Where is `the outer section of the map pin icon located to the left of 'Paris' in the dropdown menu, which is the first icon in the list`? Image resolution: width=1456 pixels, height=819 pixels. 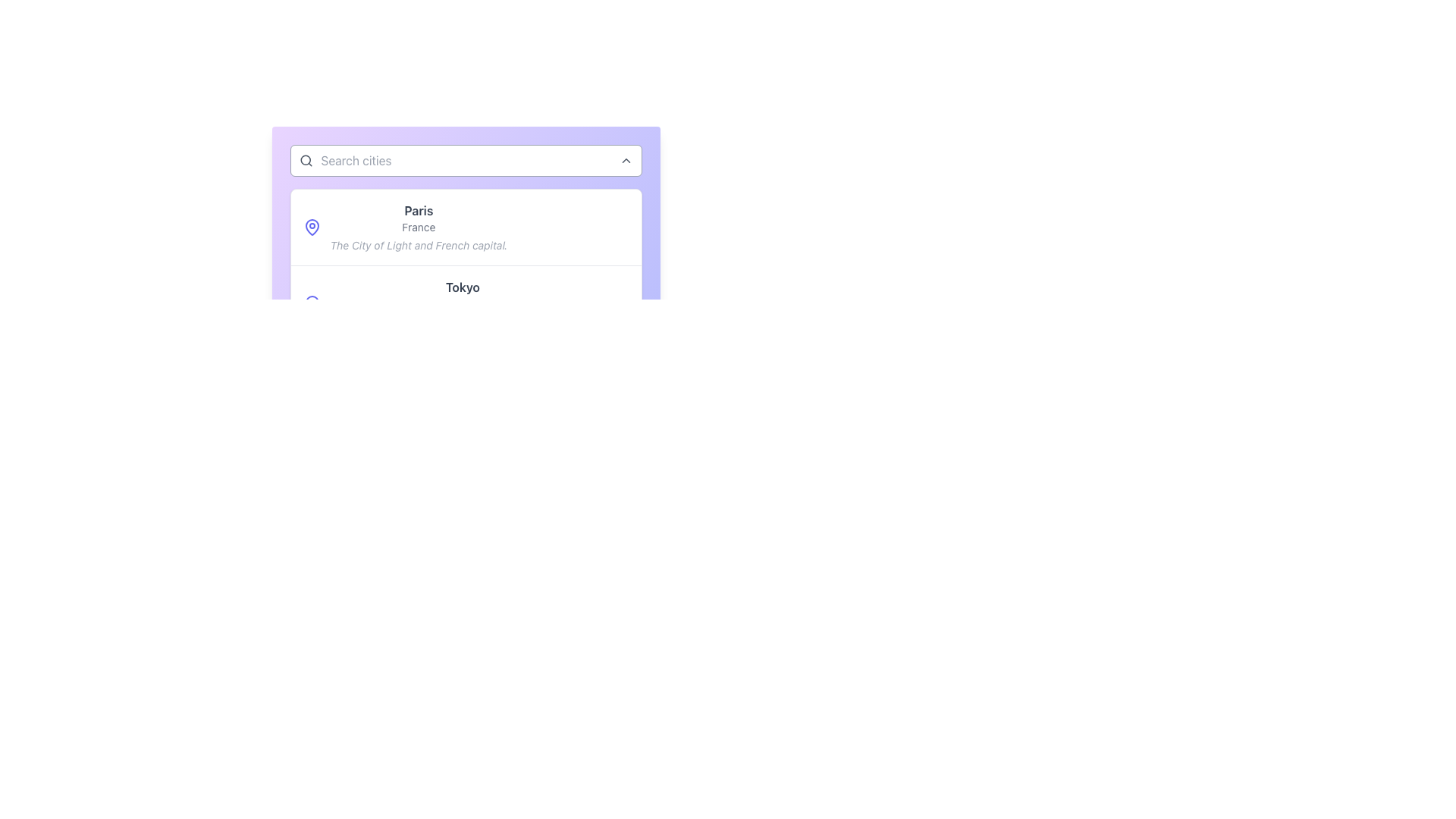 the outer section of the map pin icon located to the left of 'Paris' in the dropdown menu, which is the first icon in the list is located at coordinates (311, 227).